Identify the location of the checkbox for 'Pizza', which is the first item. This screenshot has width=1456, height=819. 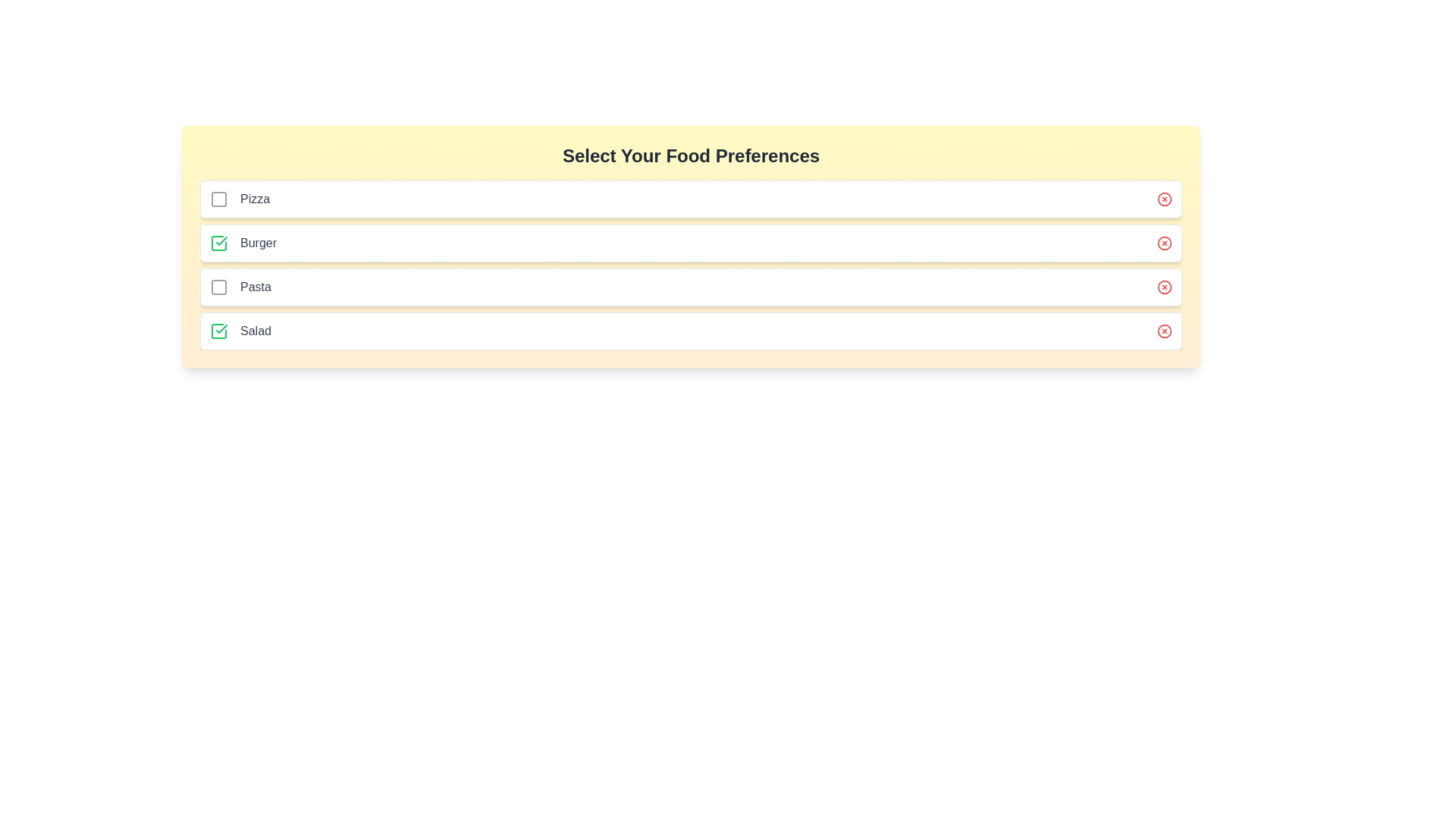
(218, 198).